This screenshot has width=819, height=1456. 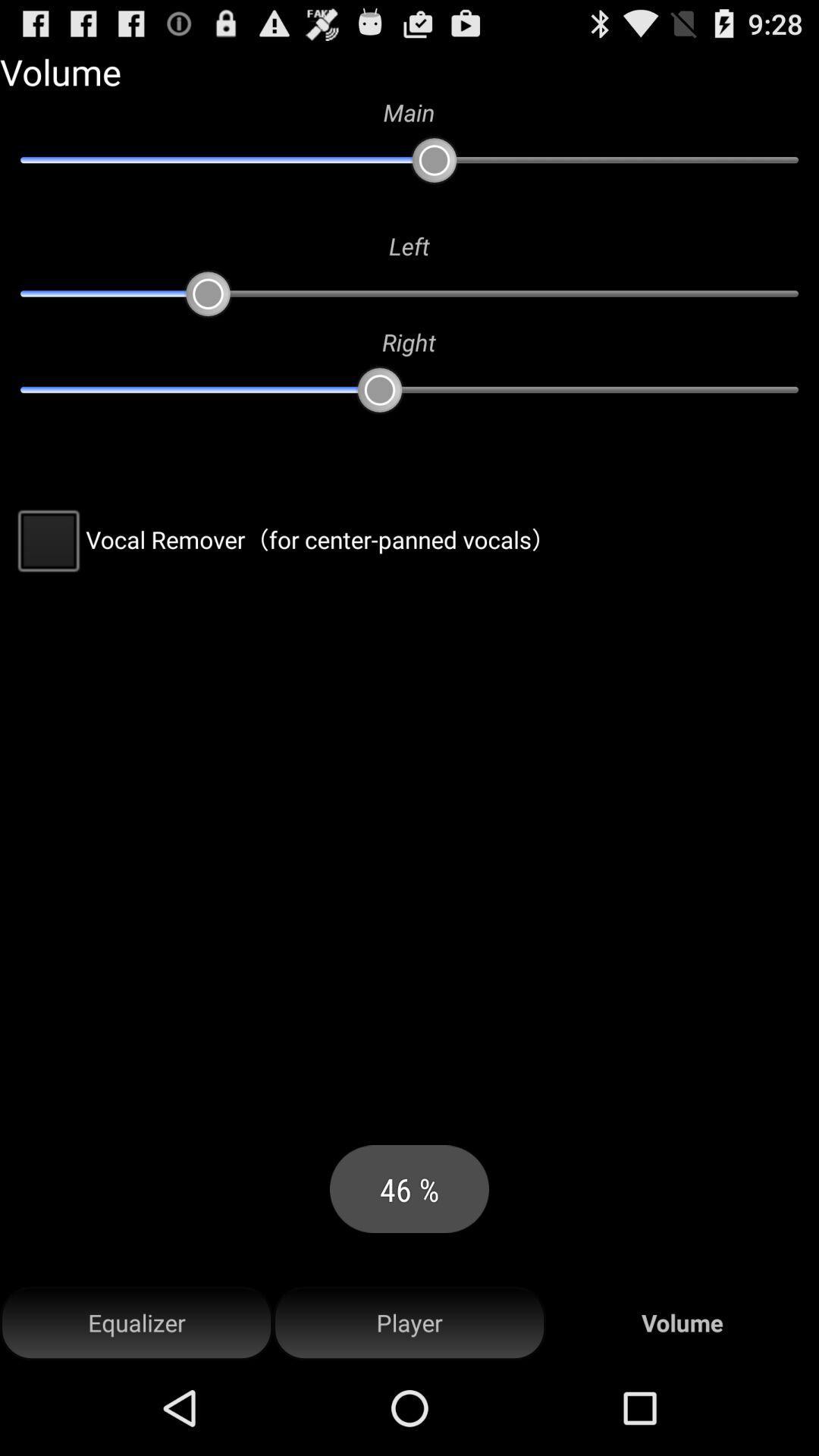 I want to click on the player button, so click(x=409, y=1323).